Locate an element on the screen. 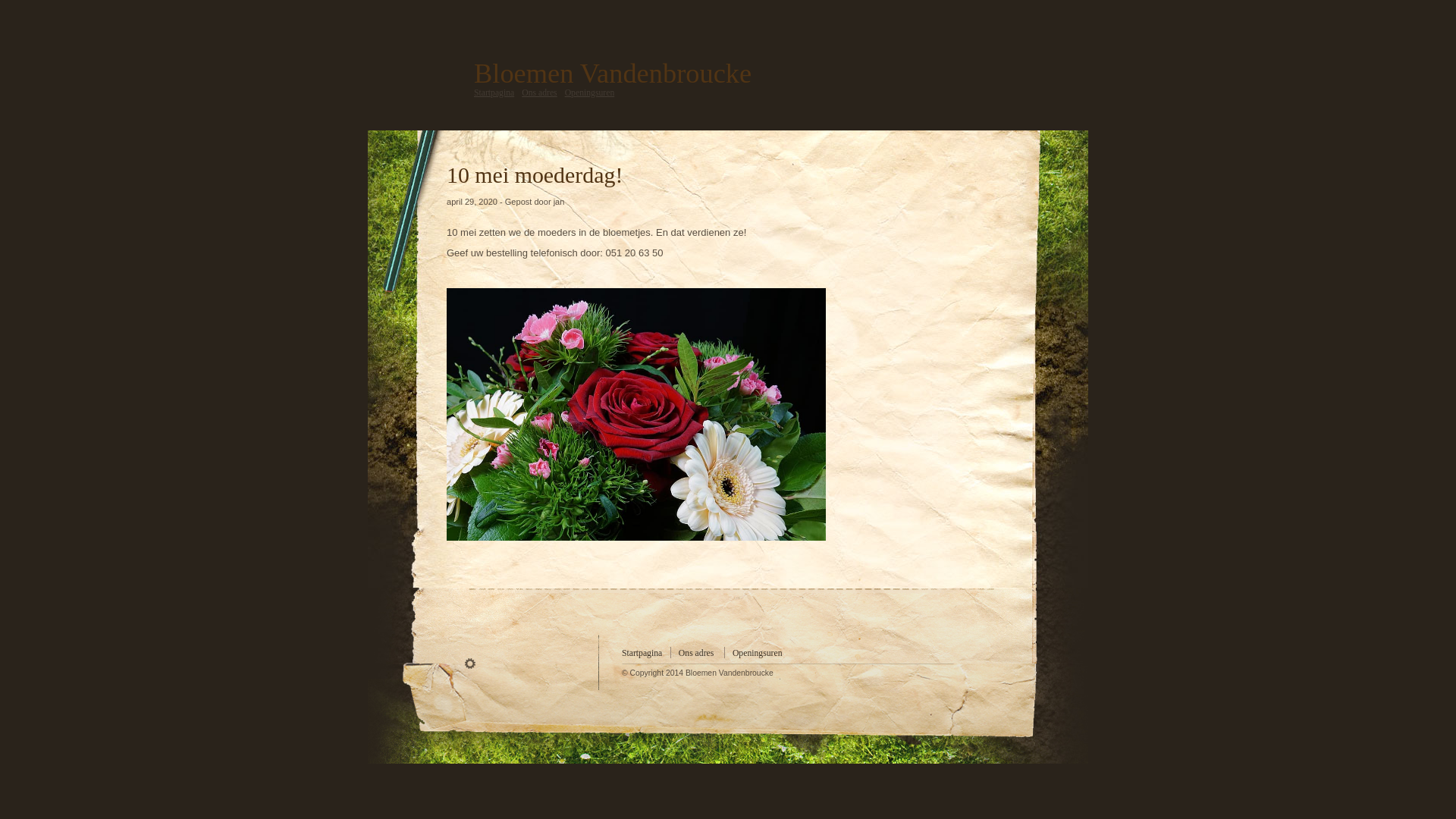 The image size is (1456, 819). 'Startpagina' is located at coordinates (494, 93).